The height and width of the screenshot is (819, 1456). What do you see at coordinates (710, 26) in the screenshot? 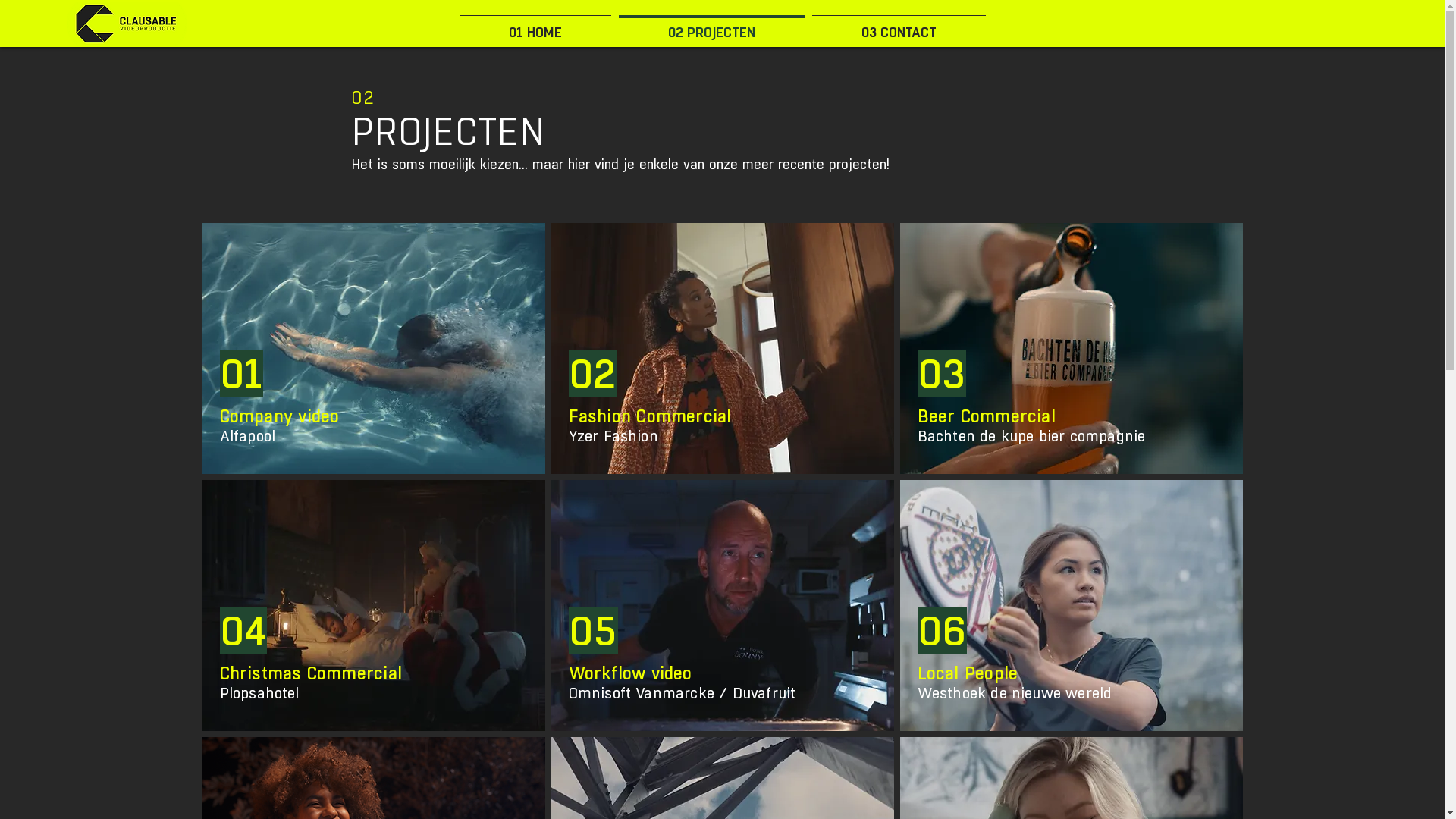
I see `'02 PROJECTEN'` at bounding box center [710, 26].